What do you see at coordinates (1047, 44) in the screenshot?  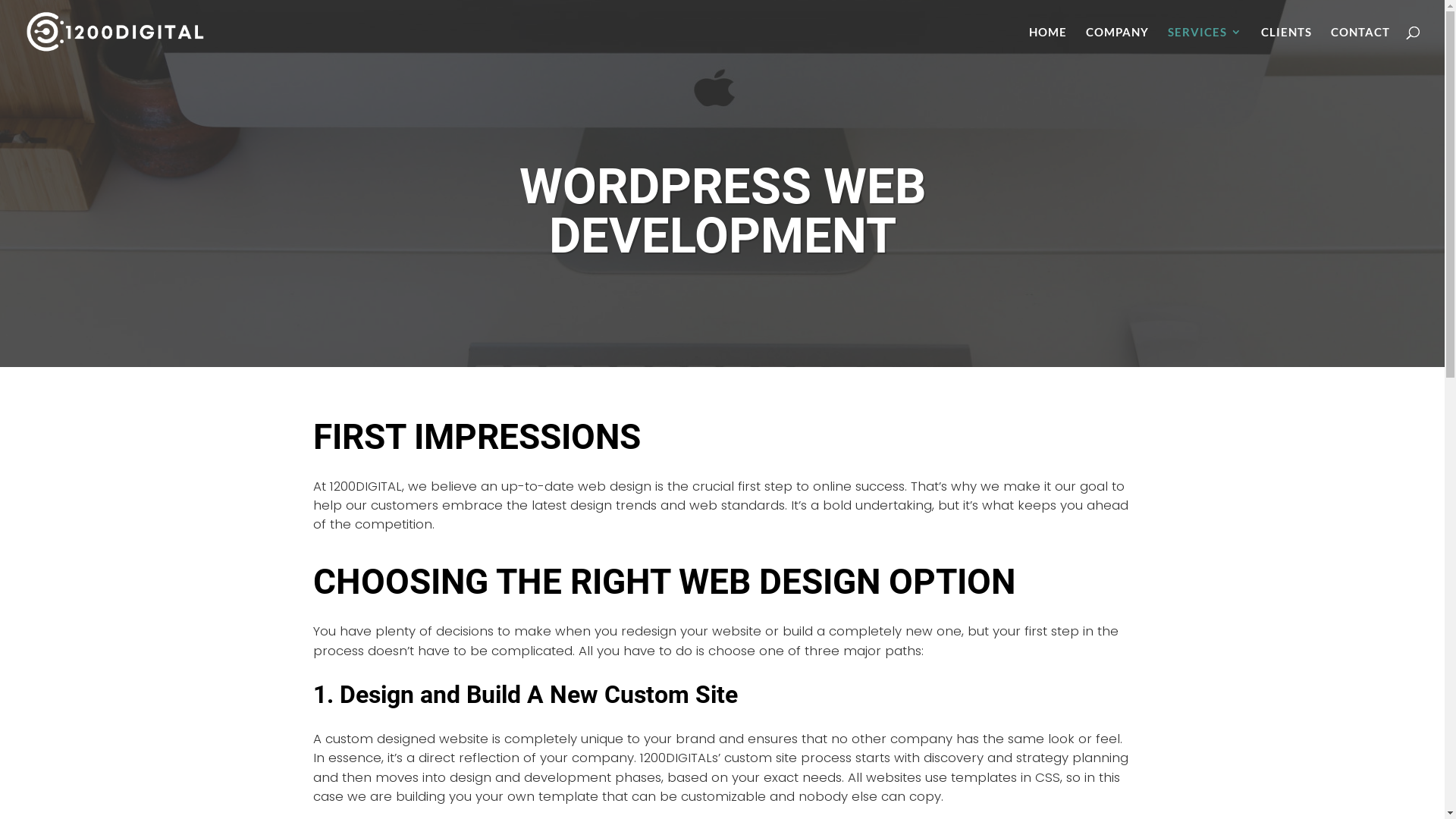 I see `'HOME'` at bounding box center [1047, 44].